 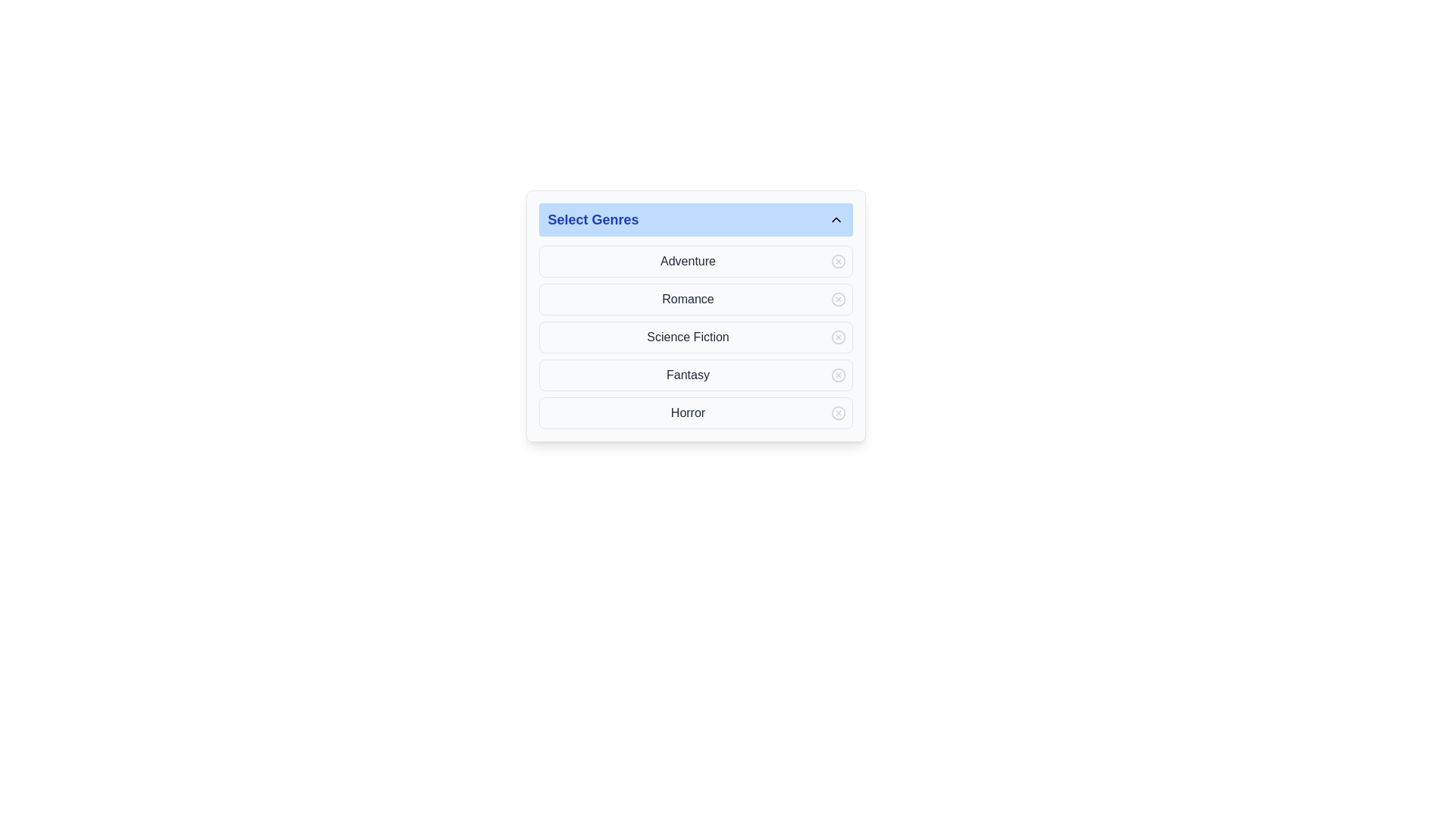 I want to click on the icon that represents deselecting or clearing the 'Horror' genre, located at the far right of the row labeled 'Horror', so click(x=837, y=413).